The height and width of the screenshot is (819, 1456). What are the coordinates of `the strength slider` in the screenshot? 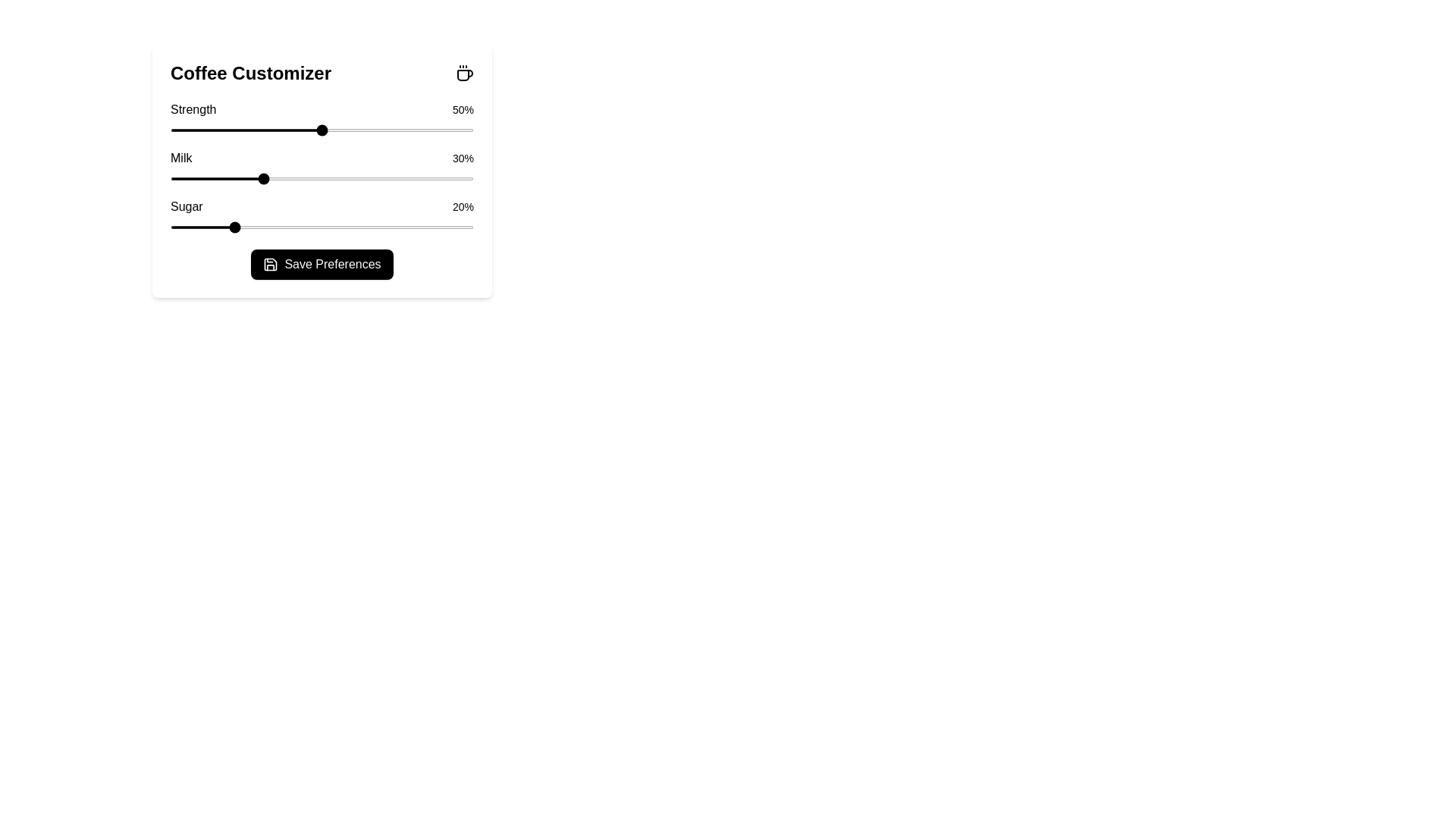 It's located at (188, 130).